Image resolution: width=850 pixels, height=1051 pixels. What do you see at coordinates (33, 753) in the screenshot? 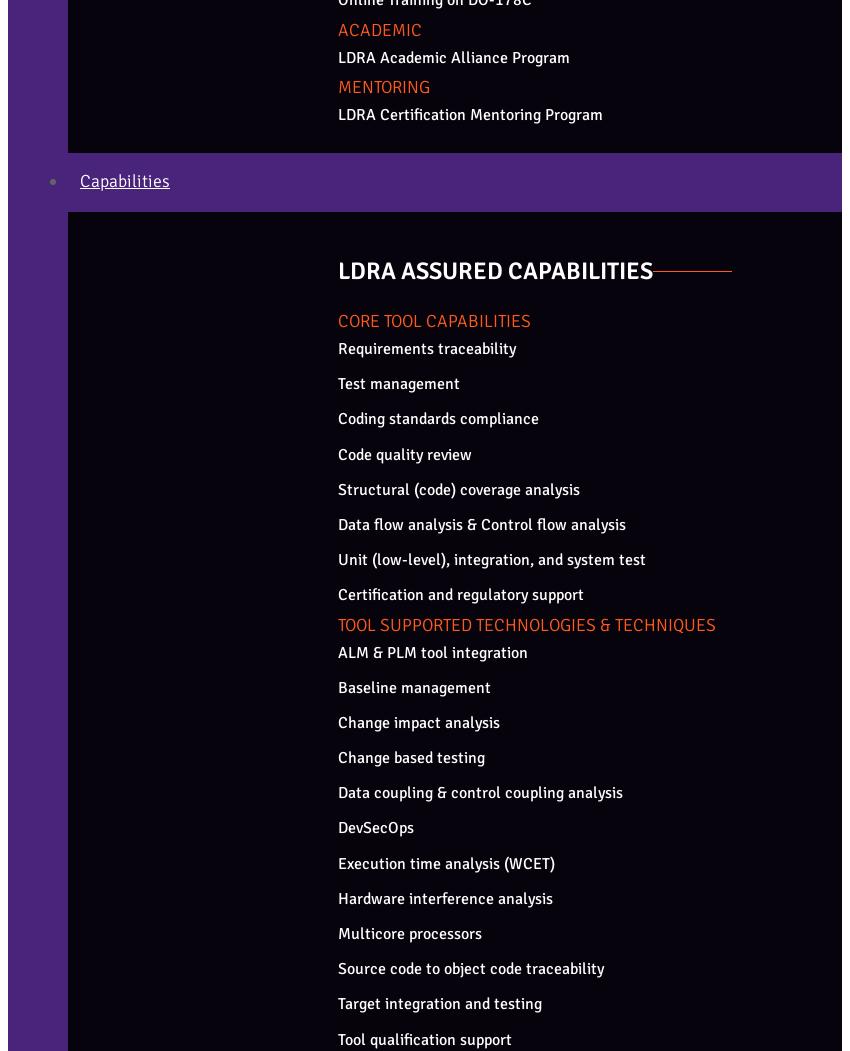
I see `'INDIA:'` at bounding box center [33, 753].